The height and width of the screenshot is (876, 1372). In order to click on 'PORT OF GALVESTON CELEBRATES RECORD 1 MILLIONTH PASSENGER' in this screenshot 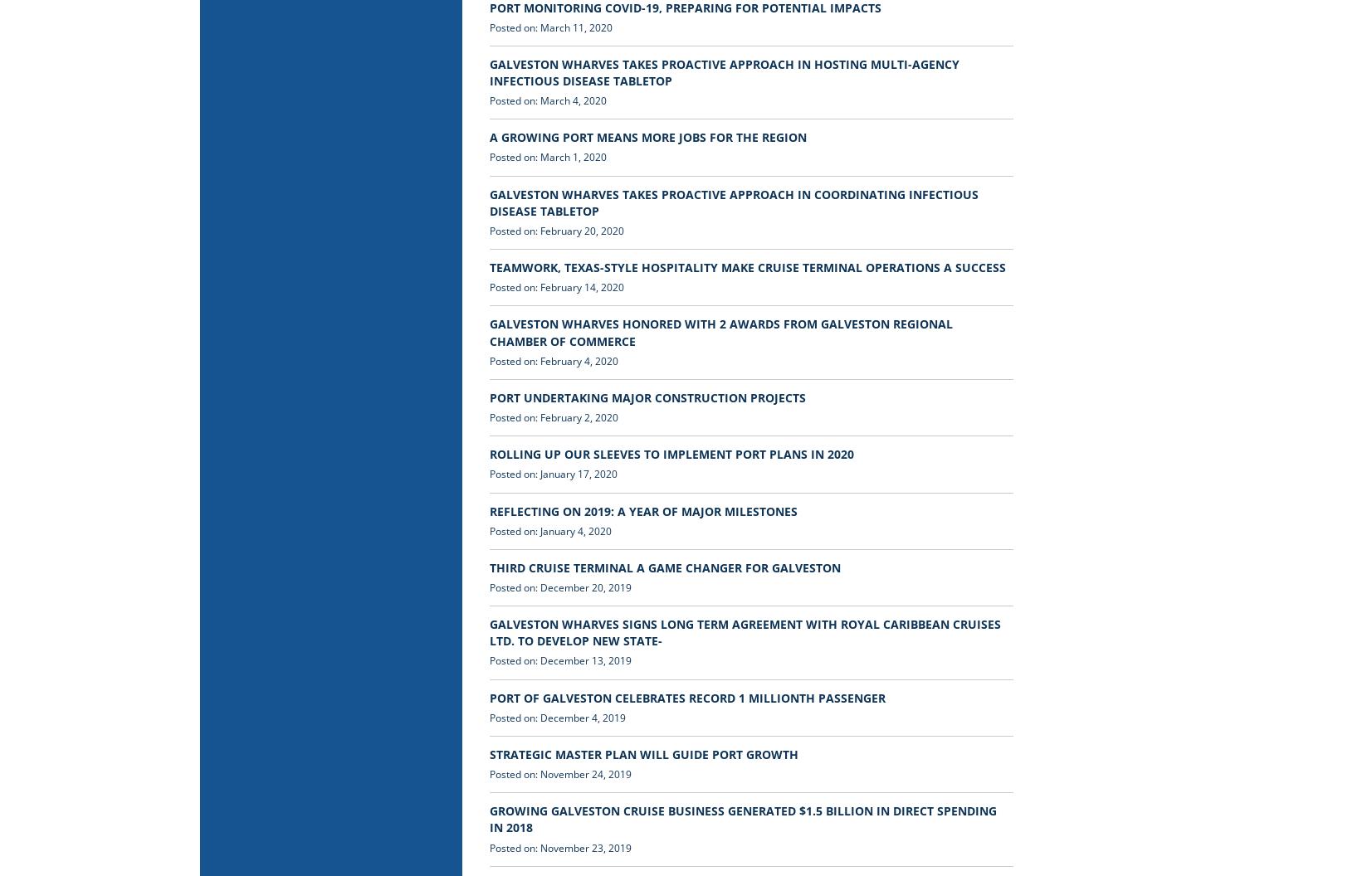, I will do `click(687, 697)`.